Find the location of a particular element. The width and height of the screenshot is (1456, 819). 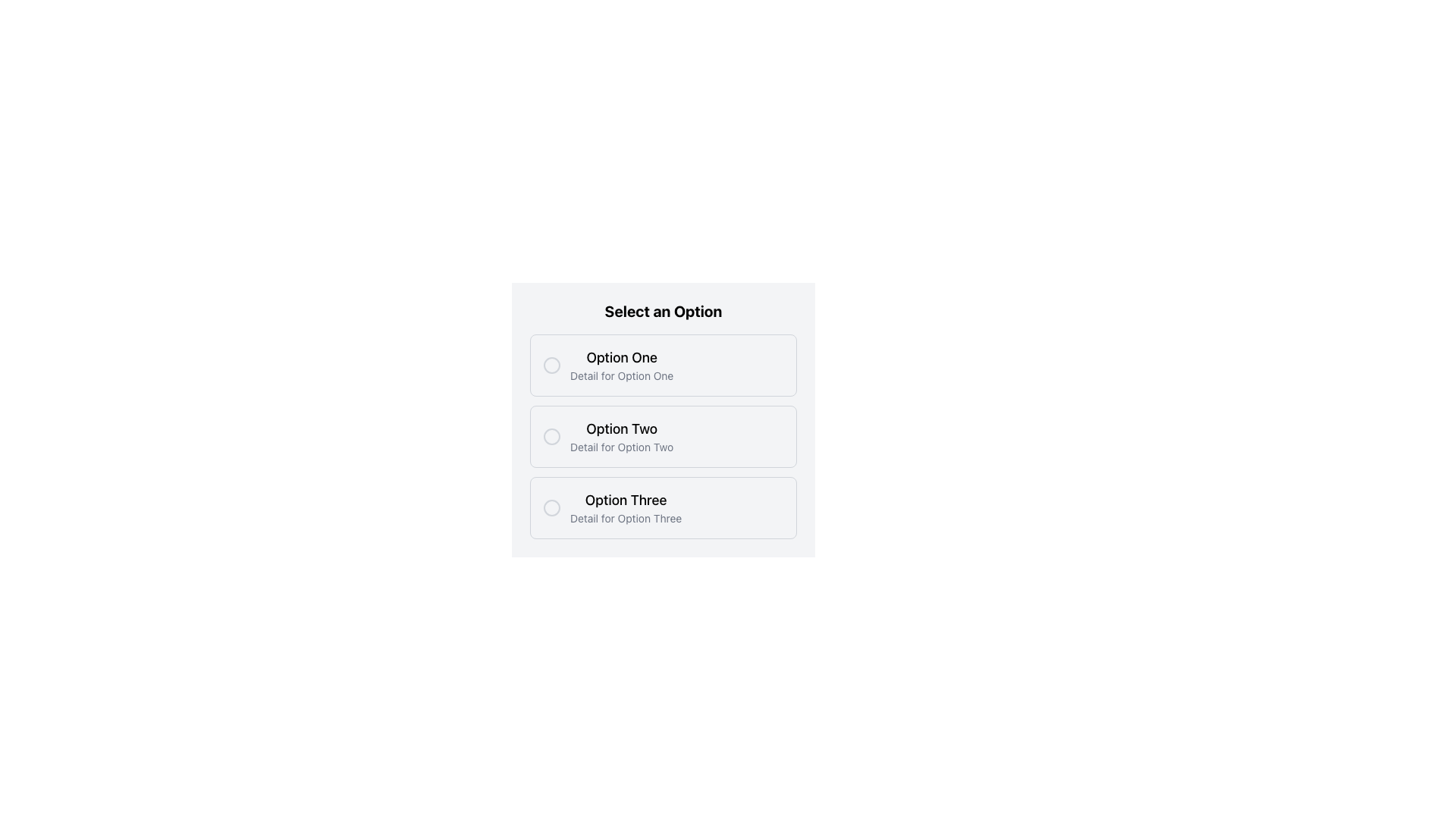

the first radio button located to the left of 'Option One' is located at coordinates (551, 366).